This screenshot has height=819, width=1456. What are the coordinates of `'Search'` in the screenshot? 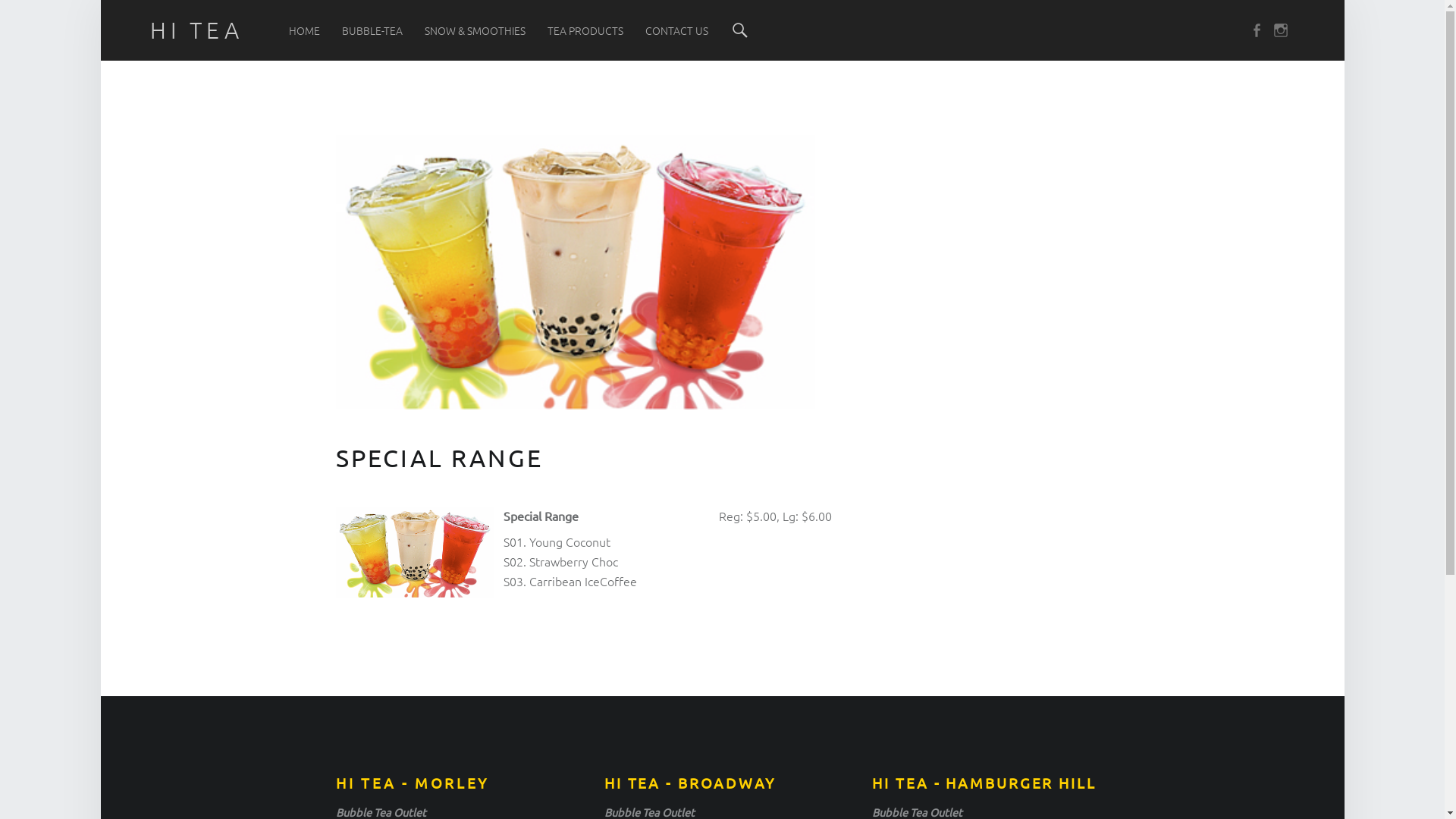 It's located at (739, 30).